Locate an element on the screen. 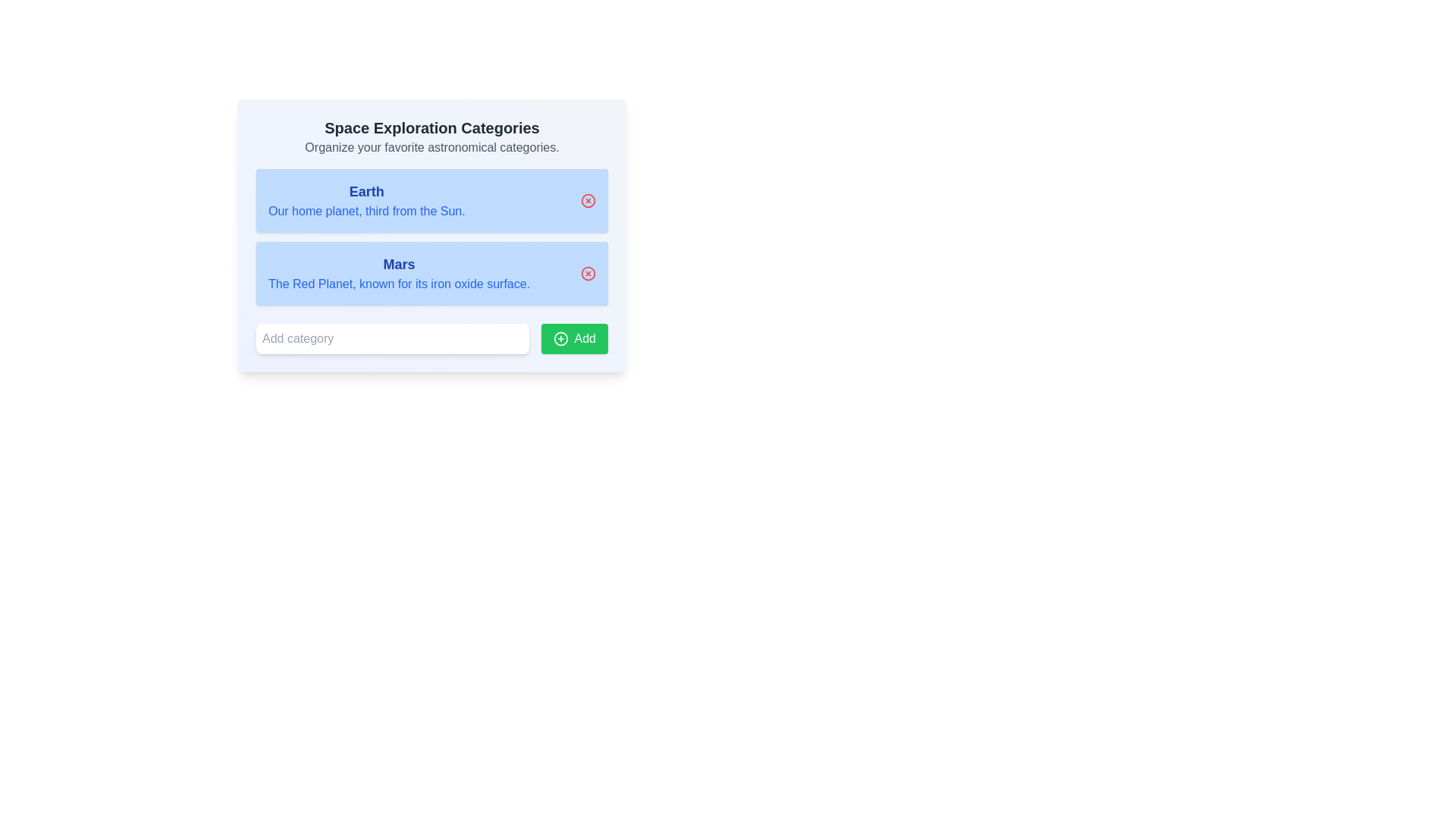 The height and width of the screenshot is (819, 1456). the text label that serves as the title for the Earth category, located in the uppermost blue section of the list is located at coordinates (366, 191).